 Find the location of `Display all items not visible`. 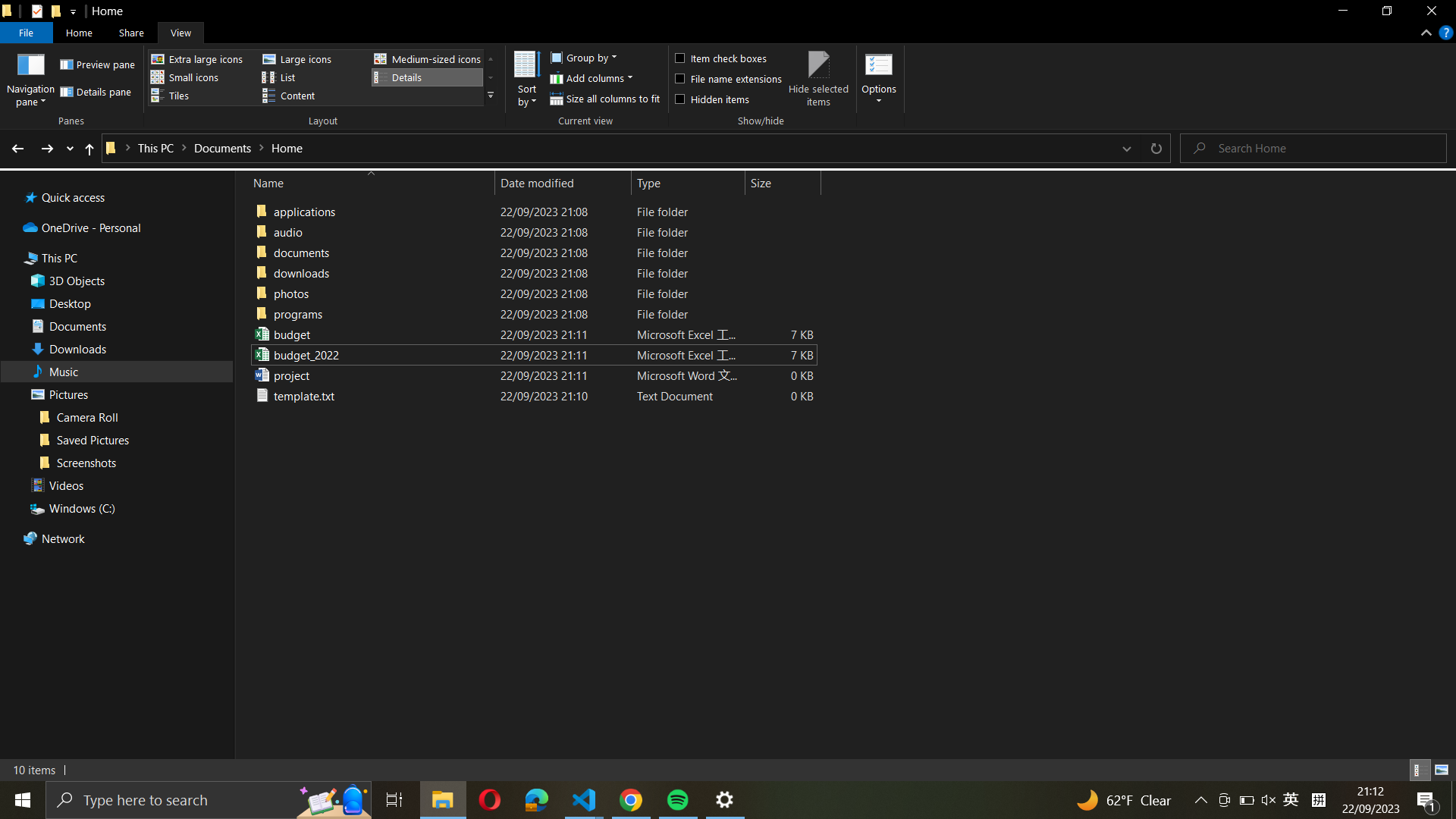

Display all items not visible is located at coordinates (726, 97).